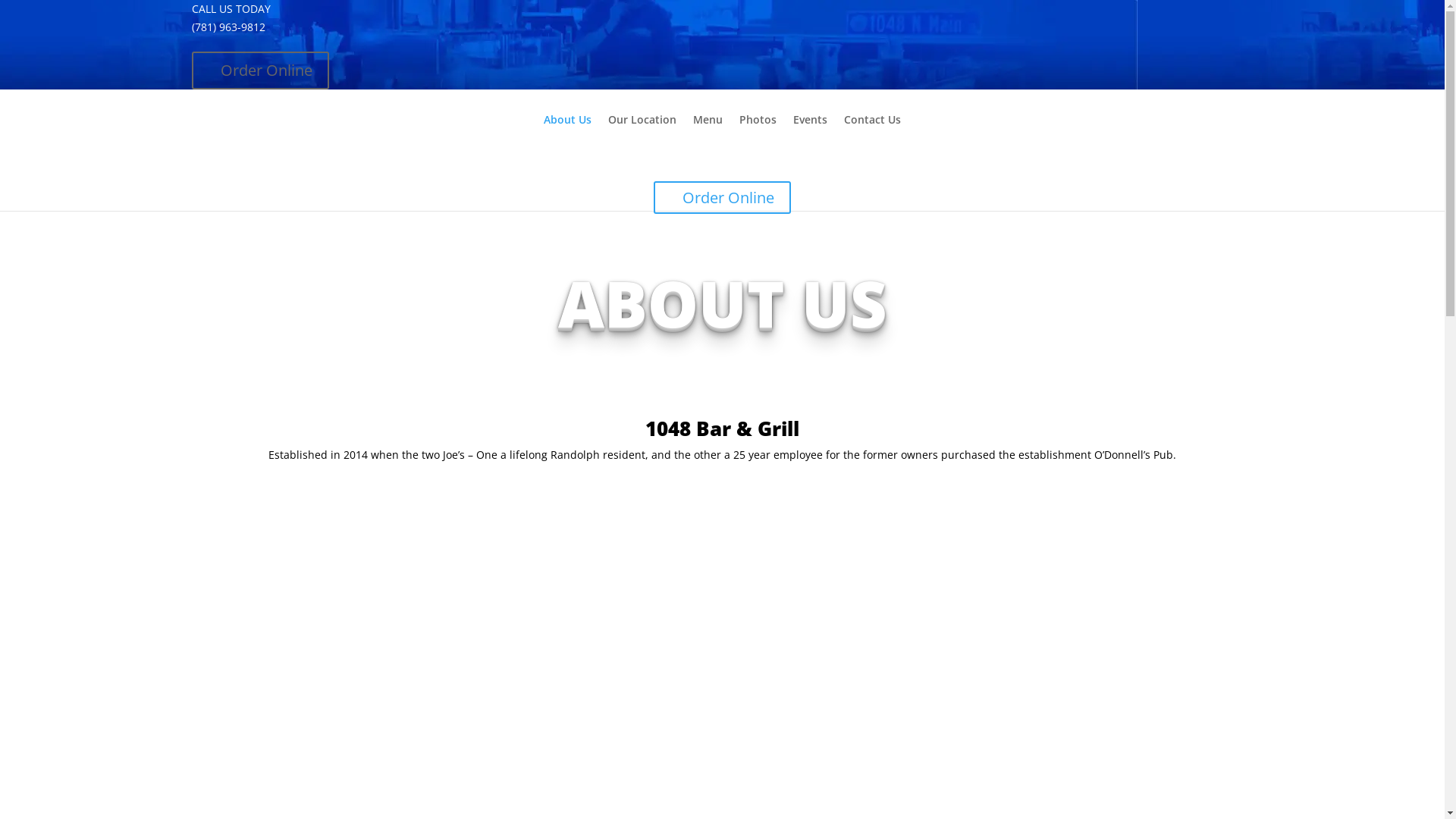 Image resolution: width=1456 pixels, height=819 pixels. I want to click on 'Contact Us', so click(872, 131).